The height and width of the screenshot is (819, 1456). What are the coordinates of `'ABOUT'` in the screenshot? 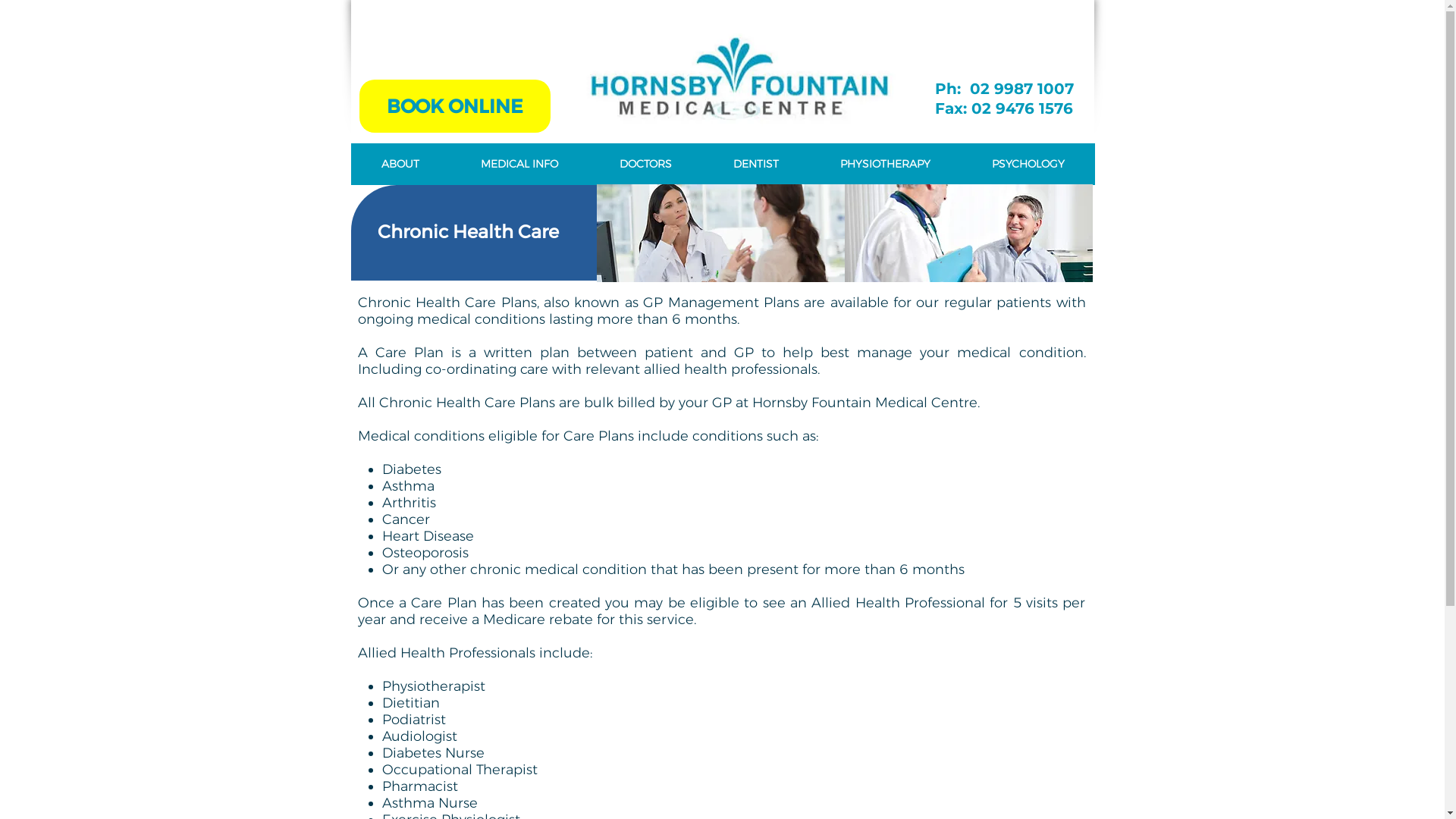 It's located at (400, 164).